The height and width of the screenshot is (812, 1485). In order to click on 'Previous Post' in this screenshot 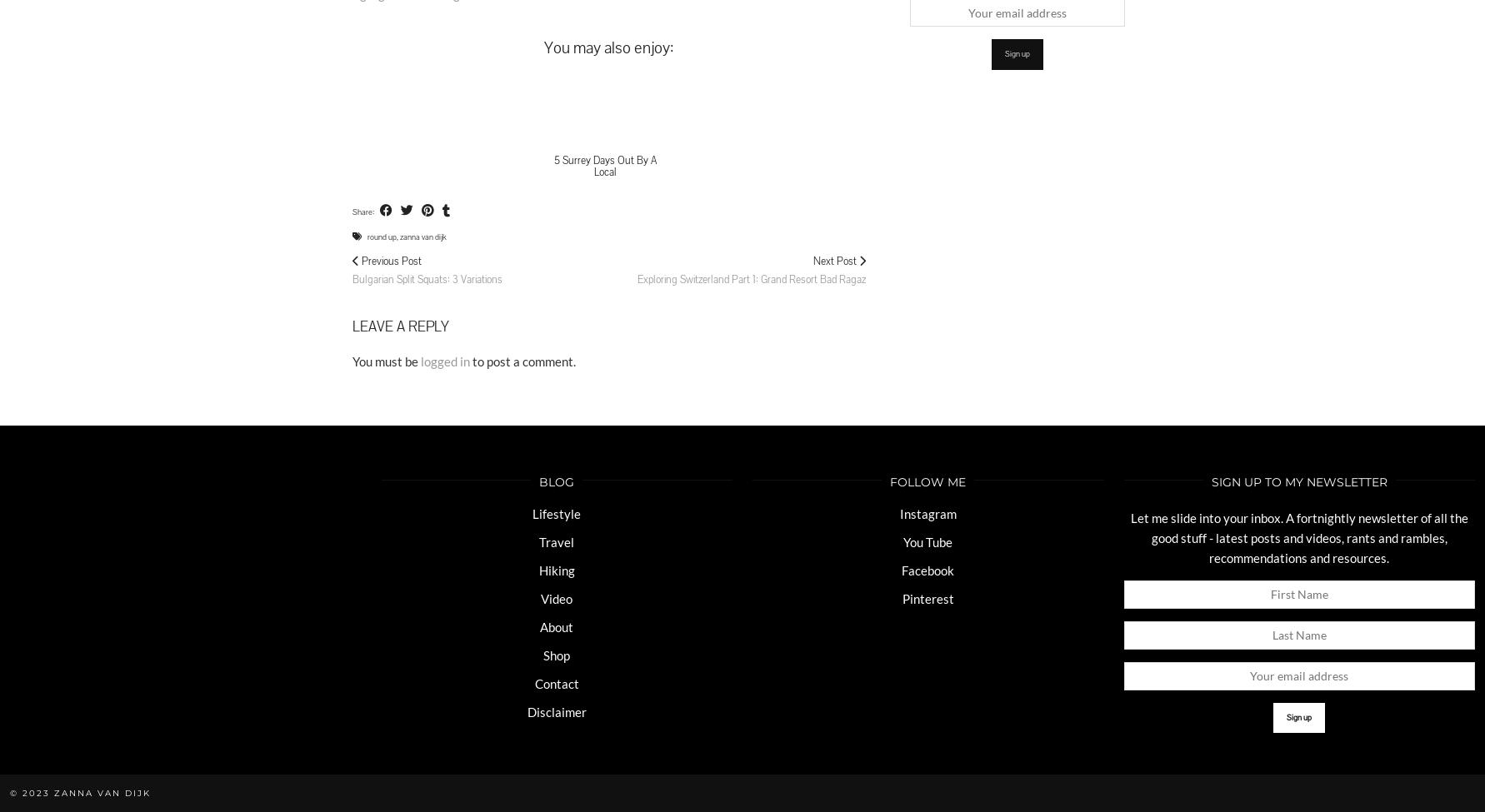, I will do `click(389, 259)`.